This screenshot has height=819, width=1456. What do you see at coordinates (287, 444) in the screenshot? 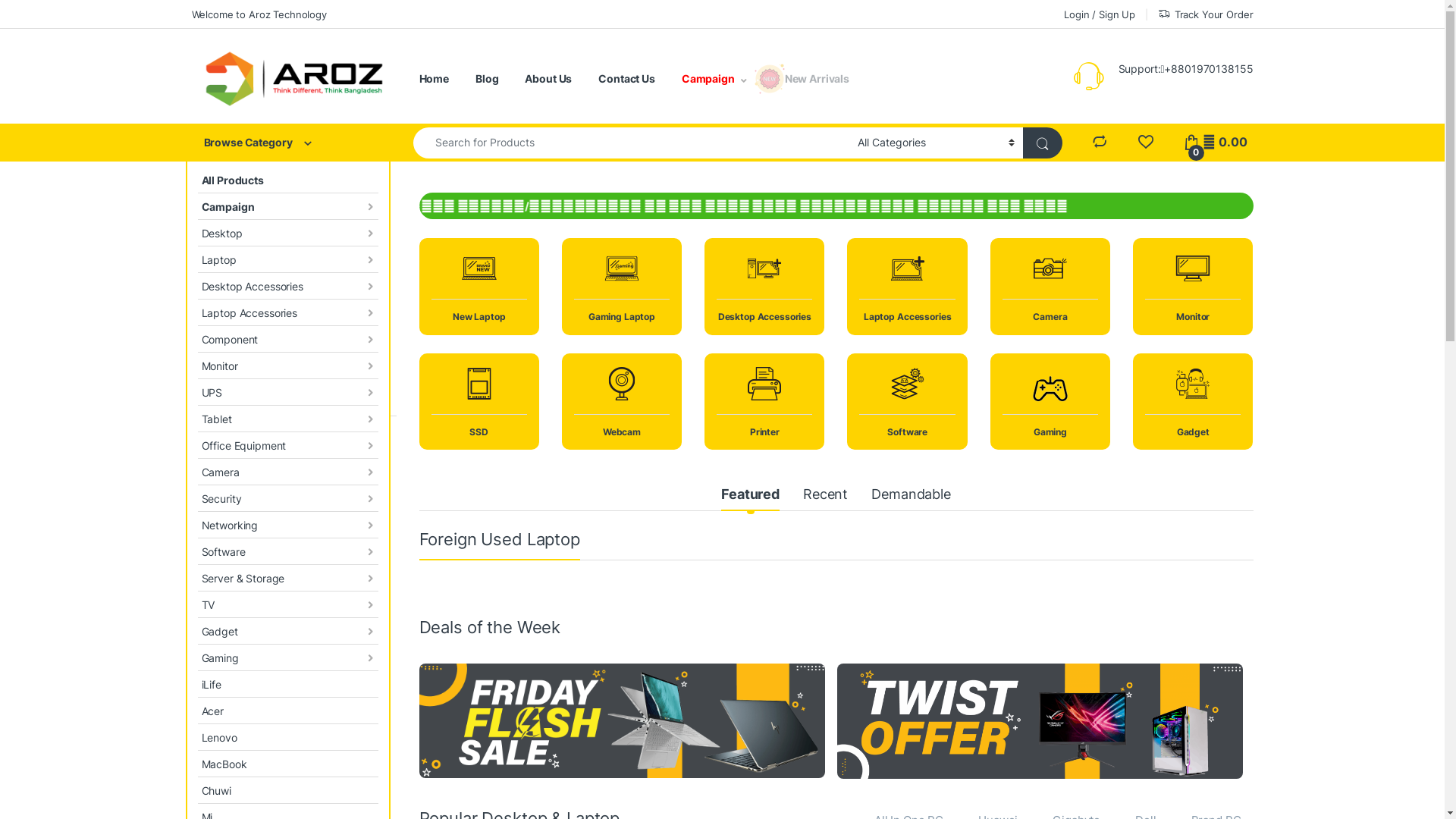
I see `'Office Equipment'` at bounding box center [287, 444].